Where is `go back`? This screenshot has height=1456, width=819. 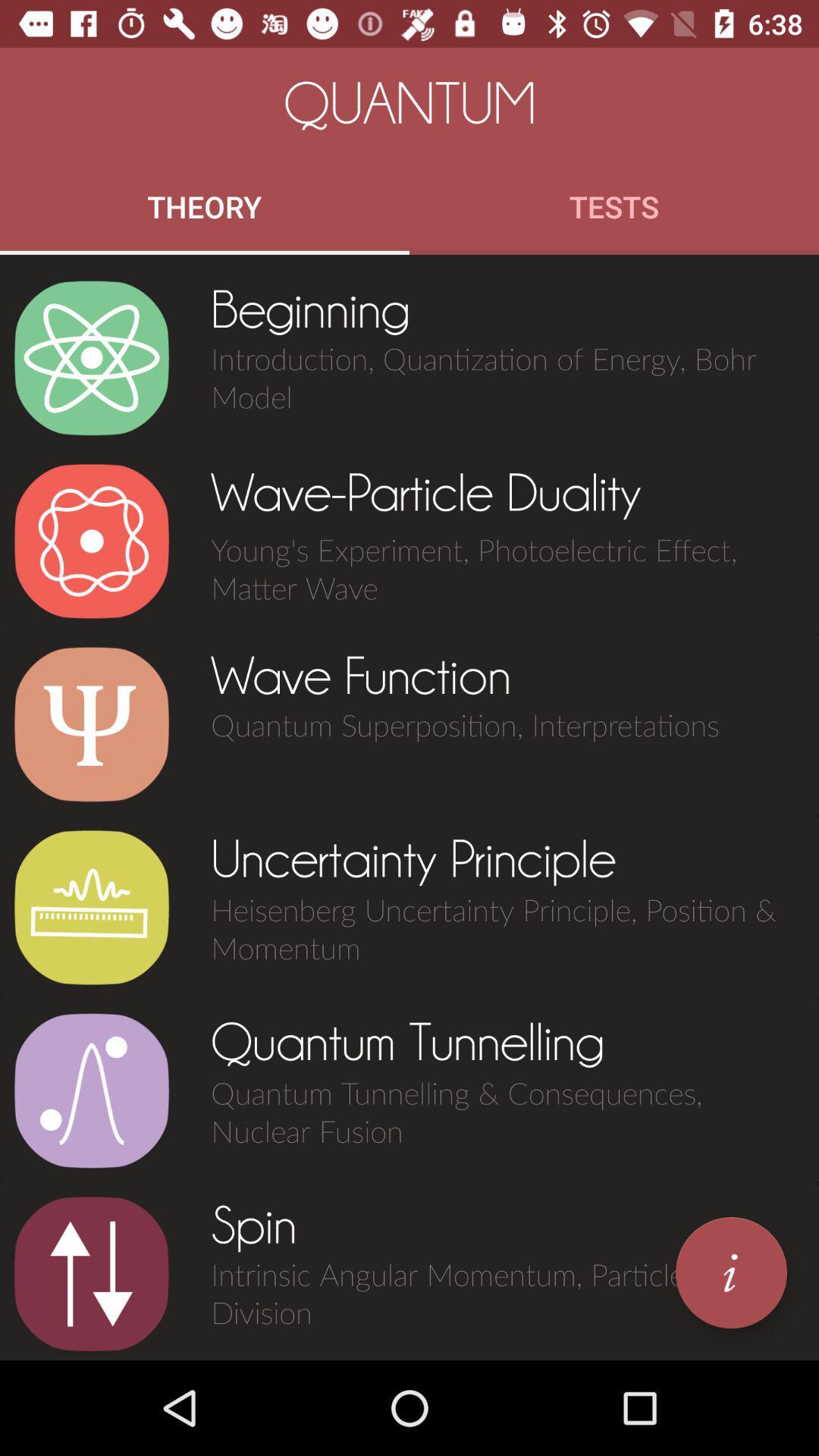 go back is located at coordinates (91, 1274).